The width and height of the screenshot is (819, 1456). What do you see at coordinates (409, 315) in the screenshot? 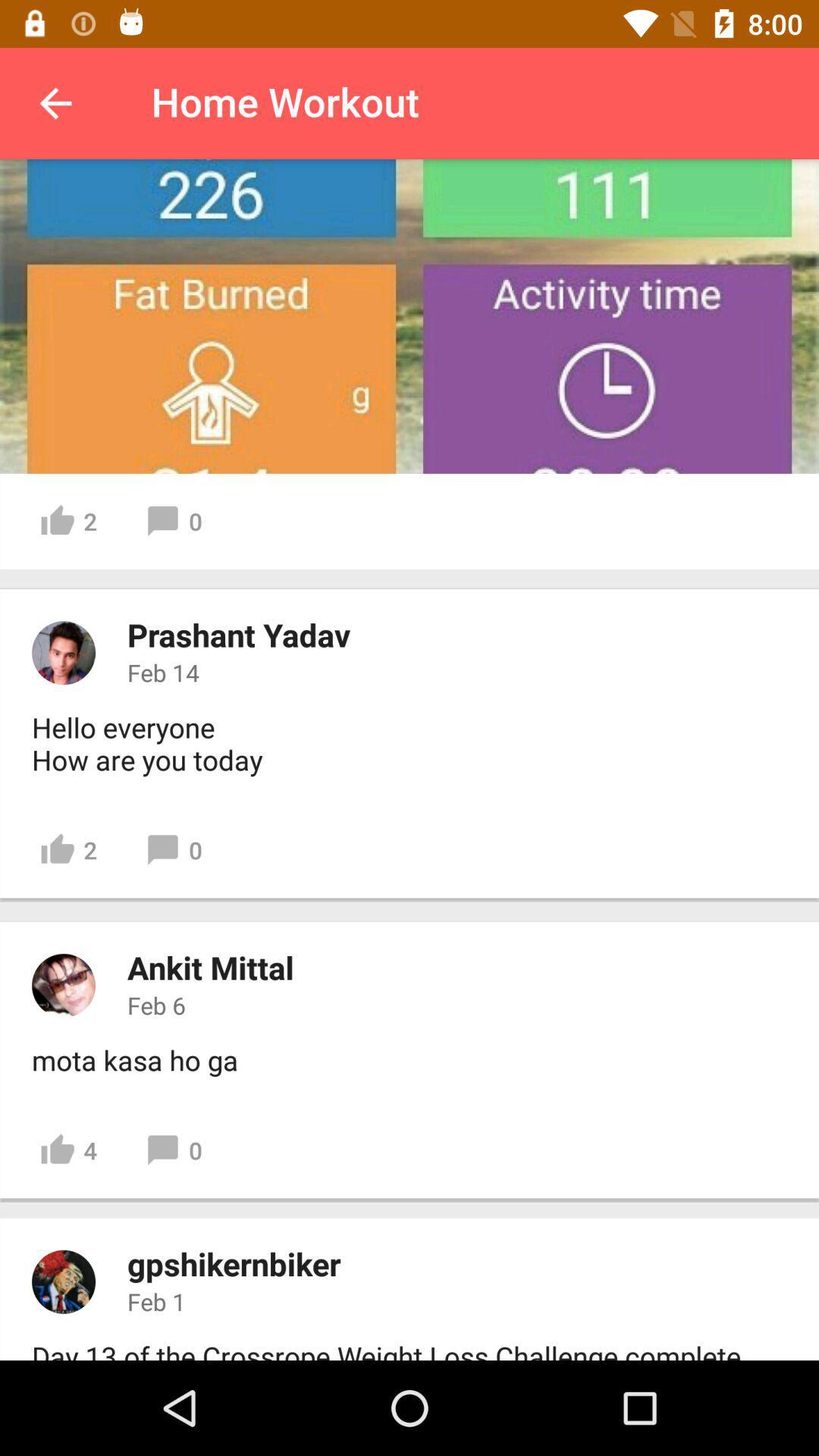
I see `fat burned activity time` at bounding box center [409, 315].